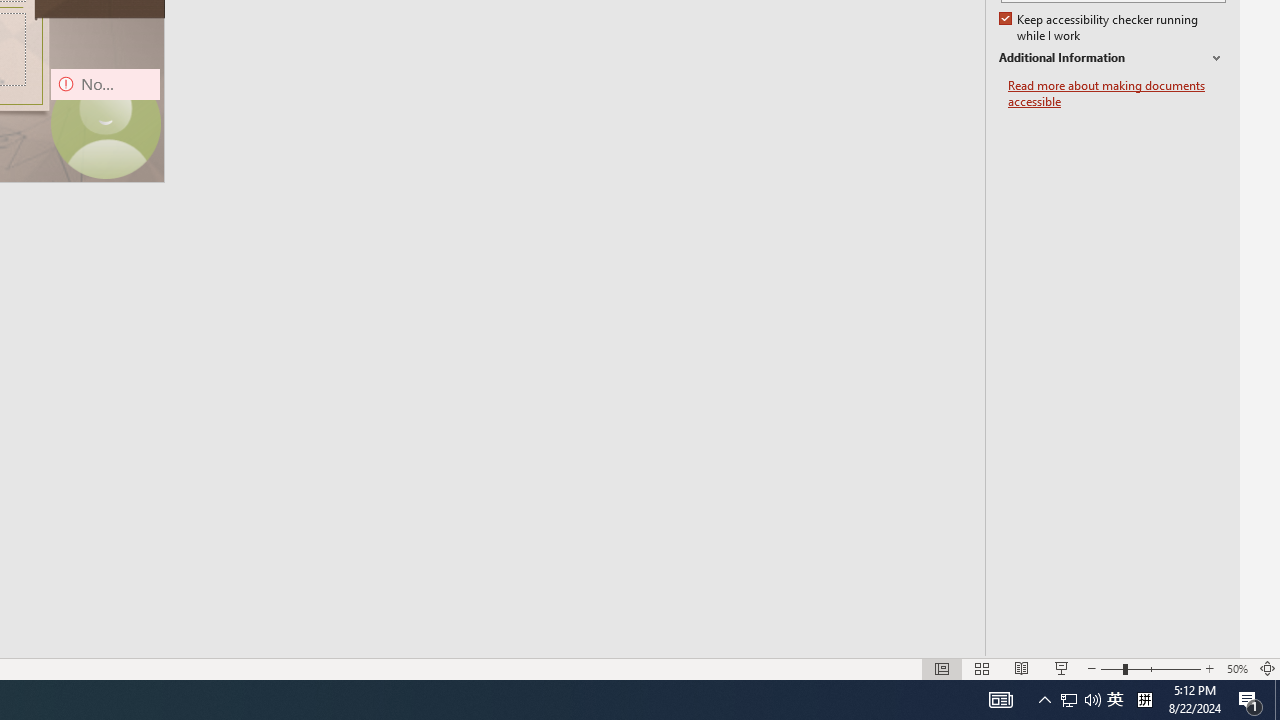  What do you see at coordinates (1111, 57) in the screenshot?
I see `'Additional Information'` at bounding box center [1111, 57].